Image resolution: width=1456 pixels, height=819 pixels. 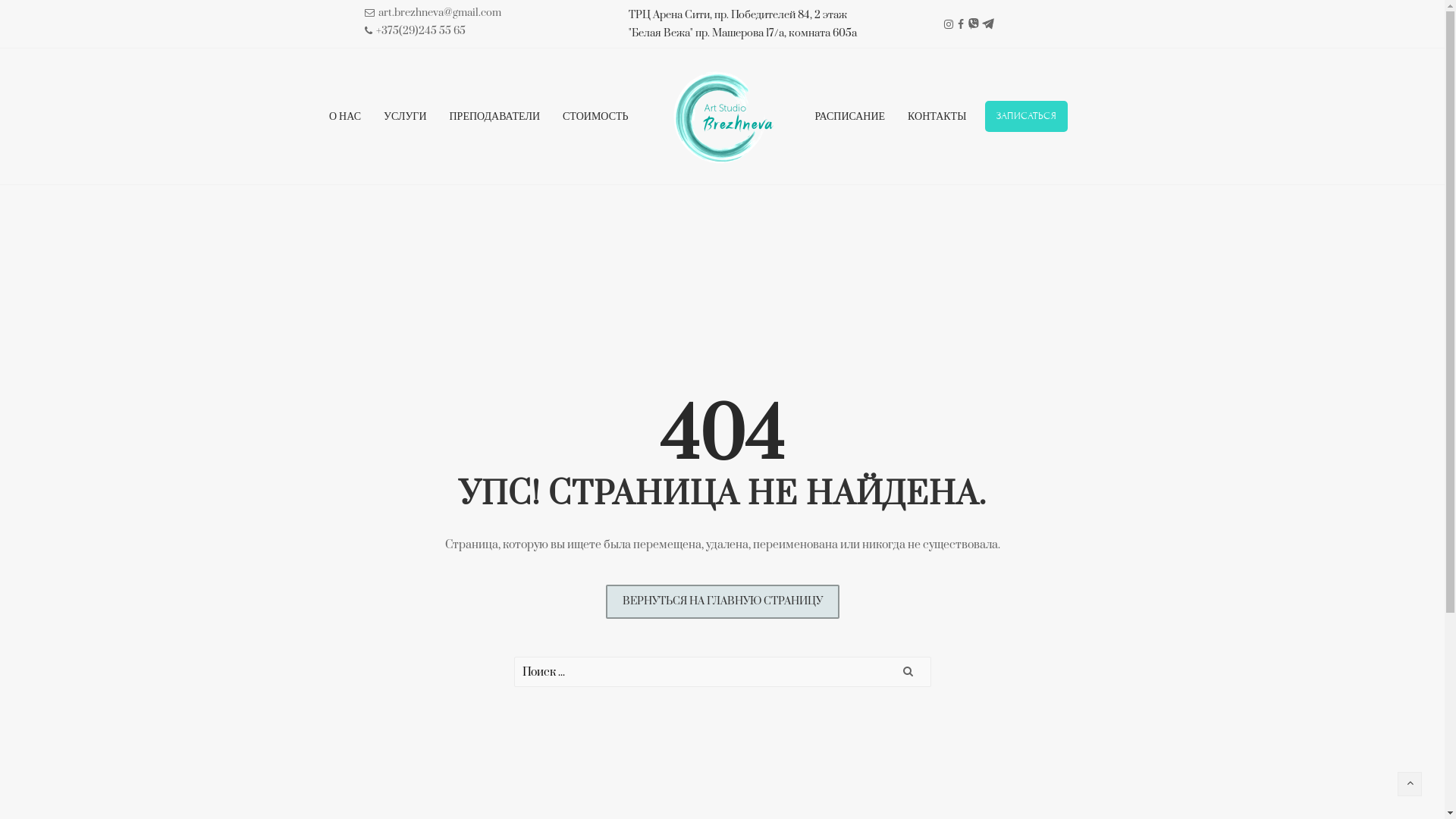 What do you see at coordinates (987, 23) in the screenshot?
I see `'Telegram'` at bounding box center [987, 23].